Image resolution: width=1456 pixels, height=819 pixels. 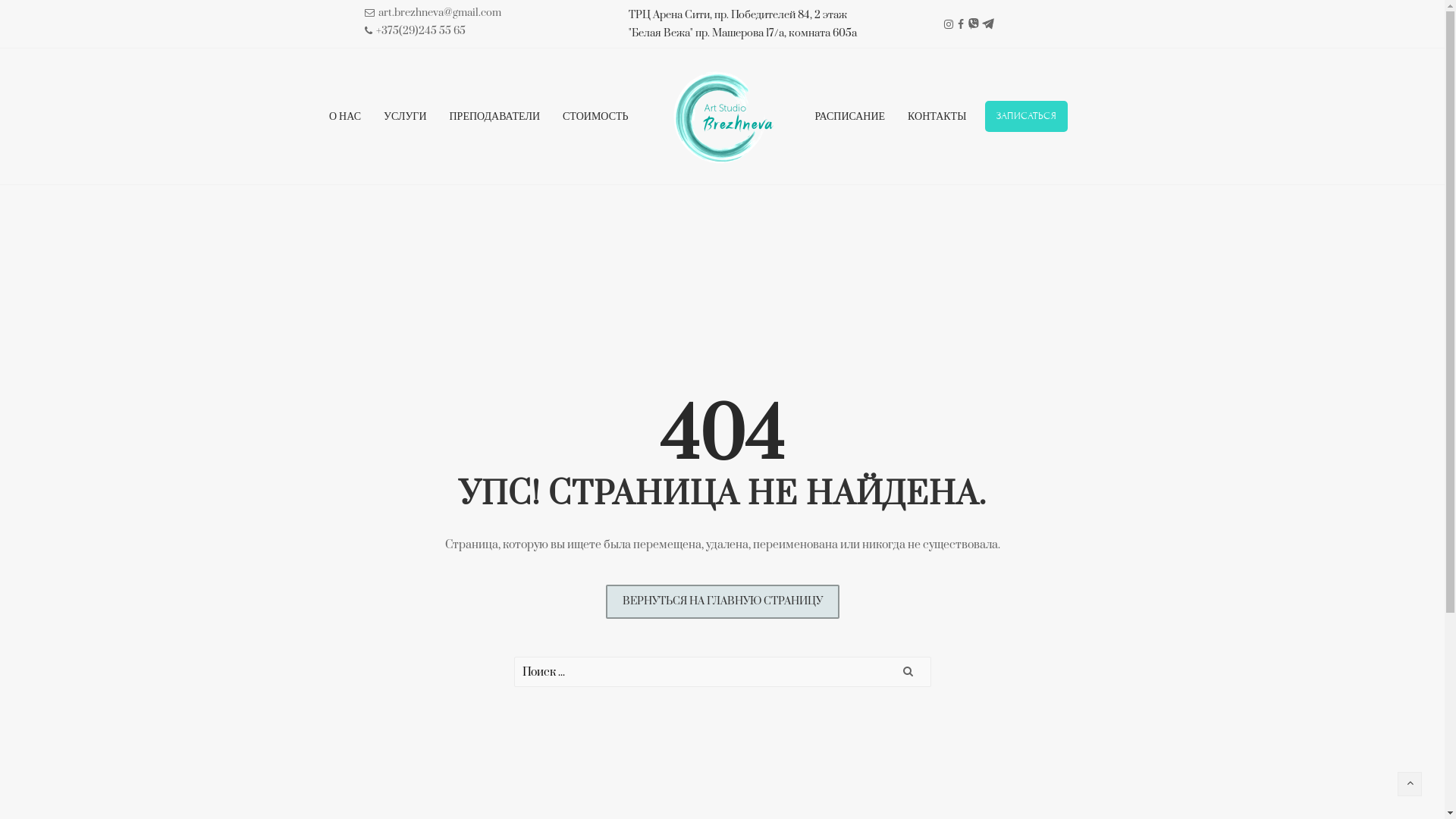 What do you see at coordinates (987, 23) in the screenshot?
I see `'Telegram'` at bounding box center [987, 23].